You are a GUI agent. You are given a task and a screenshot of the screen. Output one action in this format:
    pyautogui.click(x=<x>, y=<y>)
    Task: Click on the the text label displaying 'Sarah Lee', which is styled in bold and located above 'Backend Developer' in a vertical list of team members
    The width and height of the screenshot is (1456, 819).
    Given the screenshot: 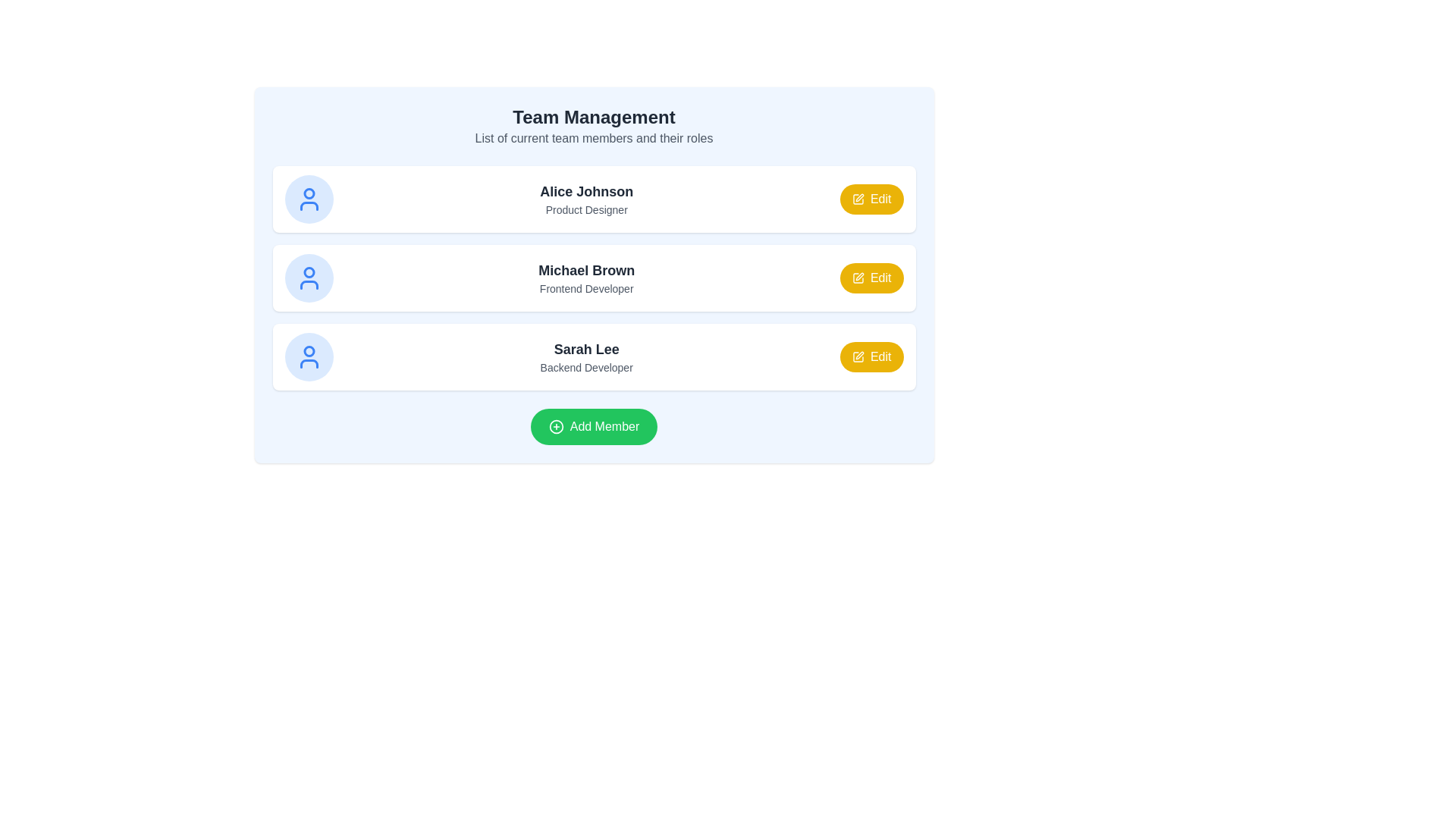 What is the action you would take?
    pyautogui.click(x=585, y=356)
    